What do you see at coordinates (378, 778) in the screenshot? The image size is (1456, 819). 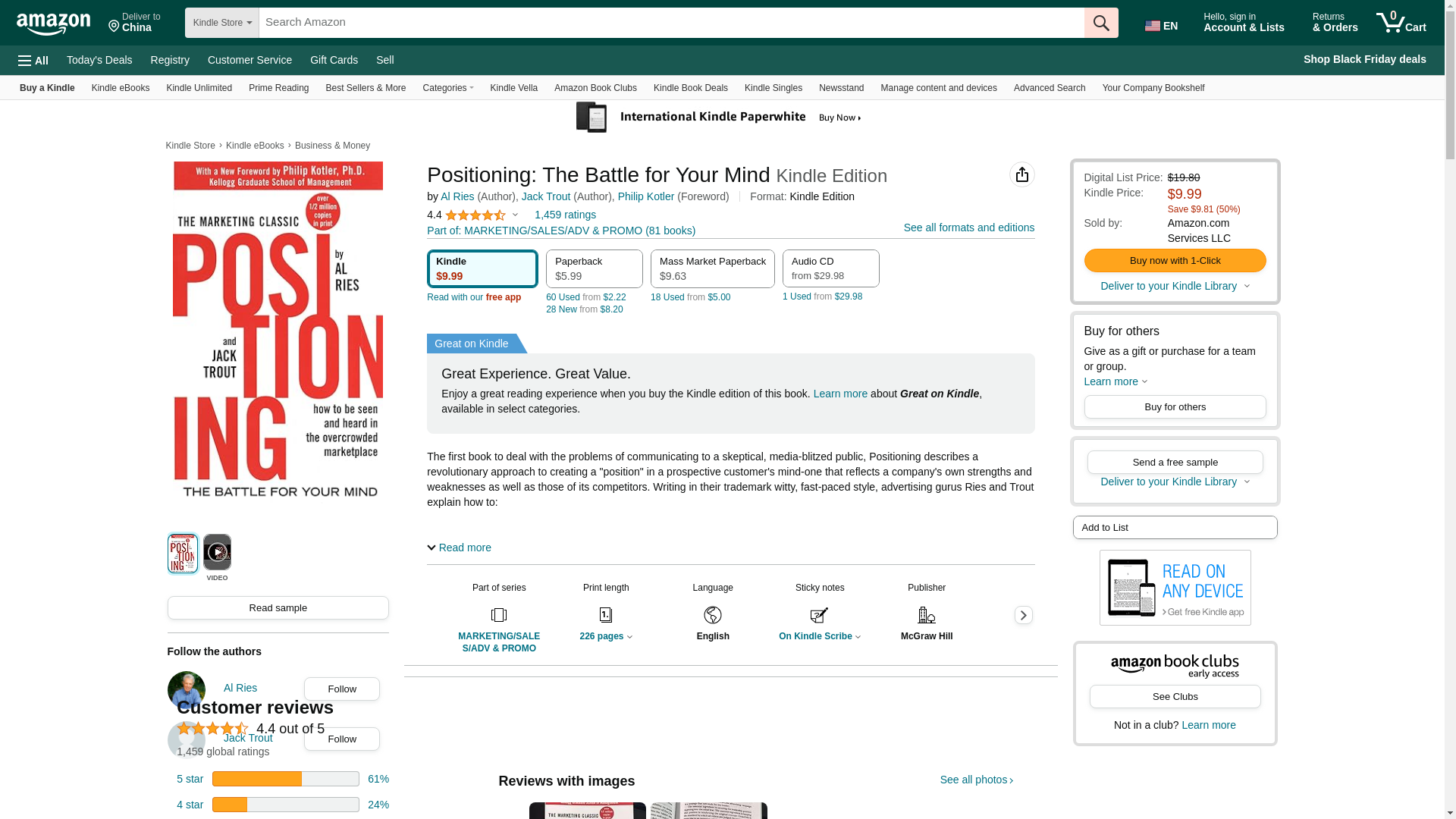 I see `'61%'` at bounding box center [378, 778].